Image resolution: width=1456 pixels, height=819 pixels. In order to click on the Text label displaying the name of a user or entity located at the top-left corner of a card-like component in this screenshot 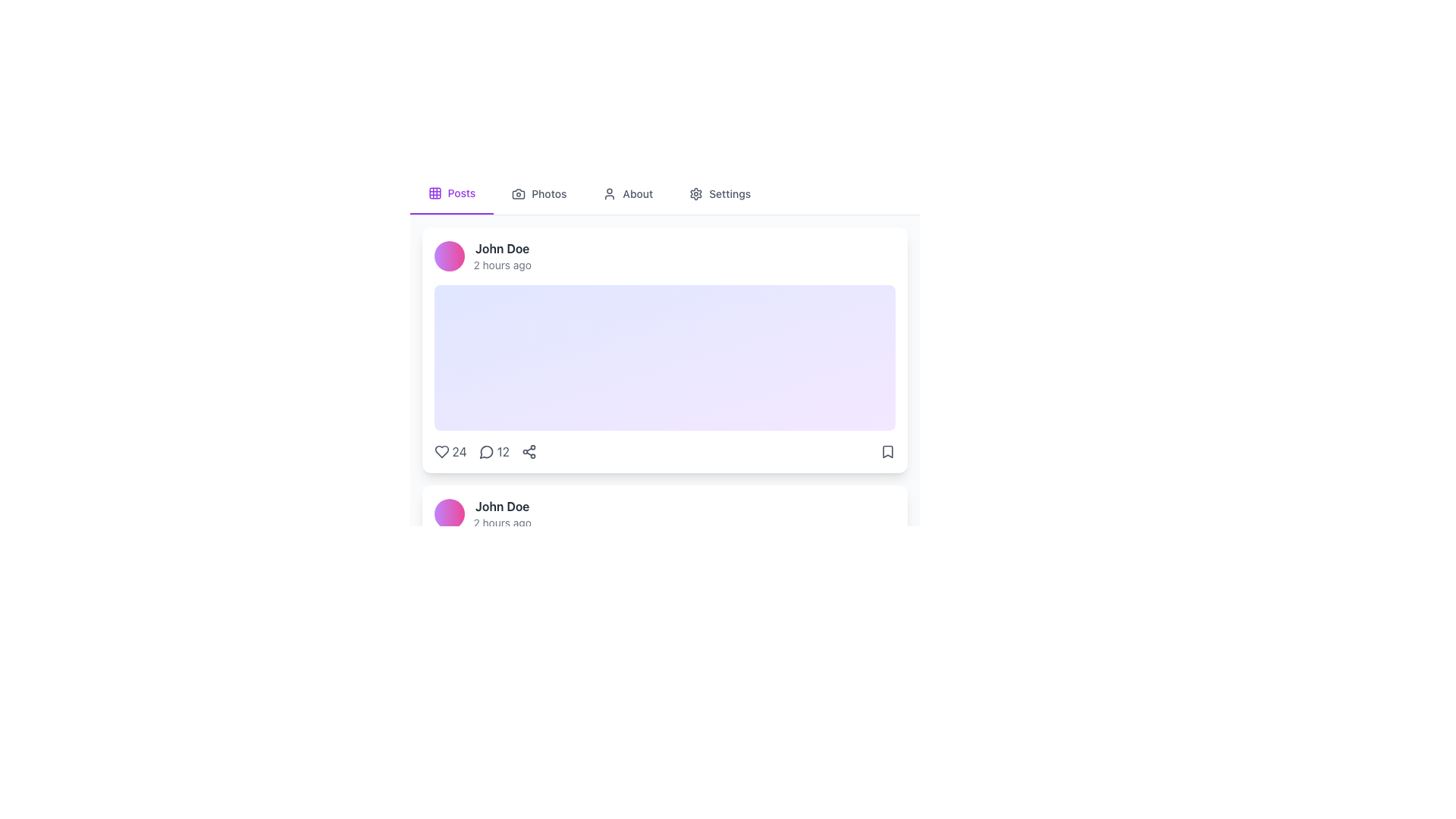, I will do `click(502, 247)`.